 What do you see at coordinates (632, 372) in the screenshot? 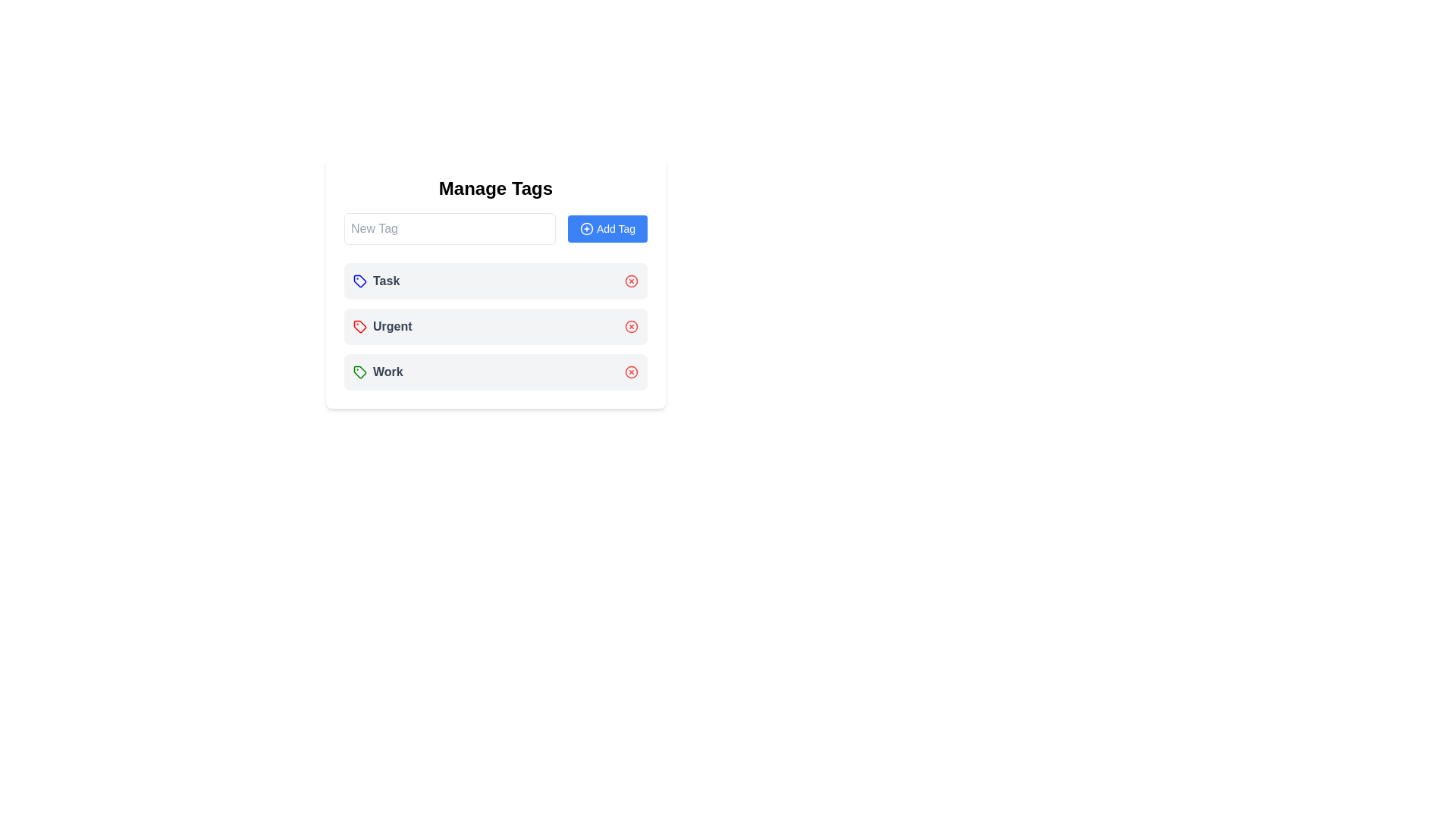
I see `the delete button located at the far right of the 'Work' tag entry in the 'Manage Tags' interface` at bounding box center [632, 372].